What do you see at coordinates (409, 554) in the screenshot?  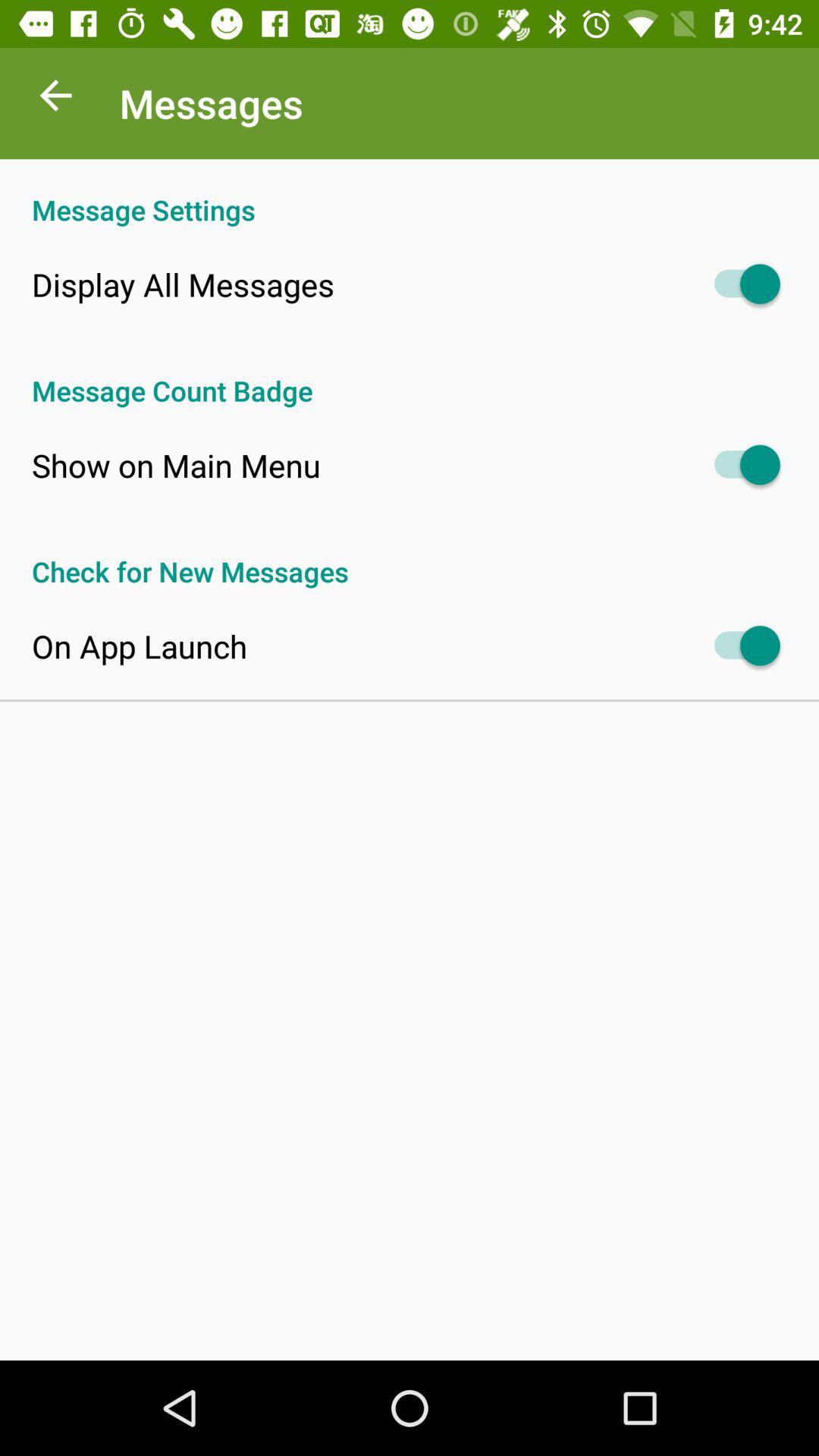 I see `the check for new at the center` at bounding box center [409, 554].